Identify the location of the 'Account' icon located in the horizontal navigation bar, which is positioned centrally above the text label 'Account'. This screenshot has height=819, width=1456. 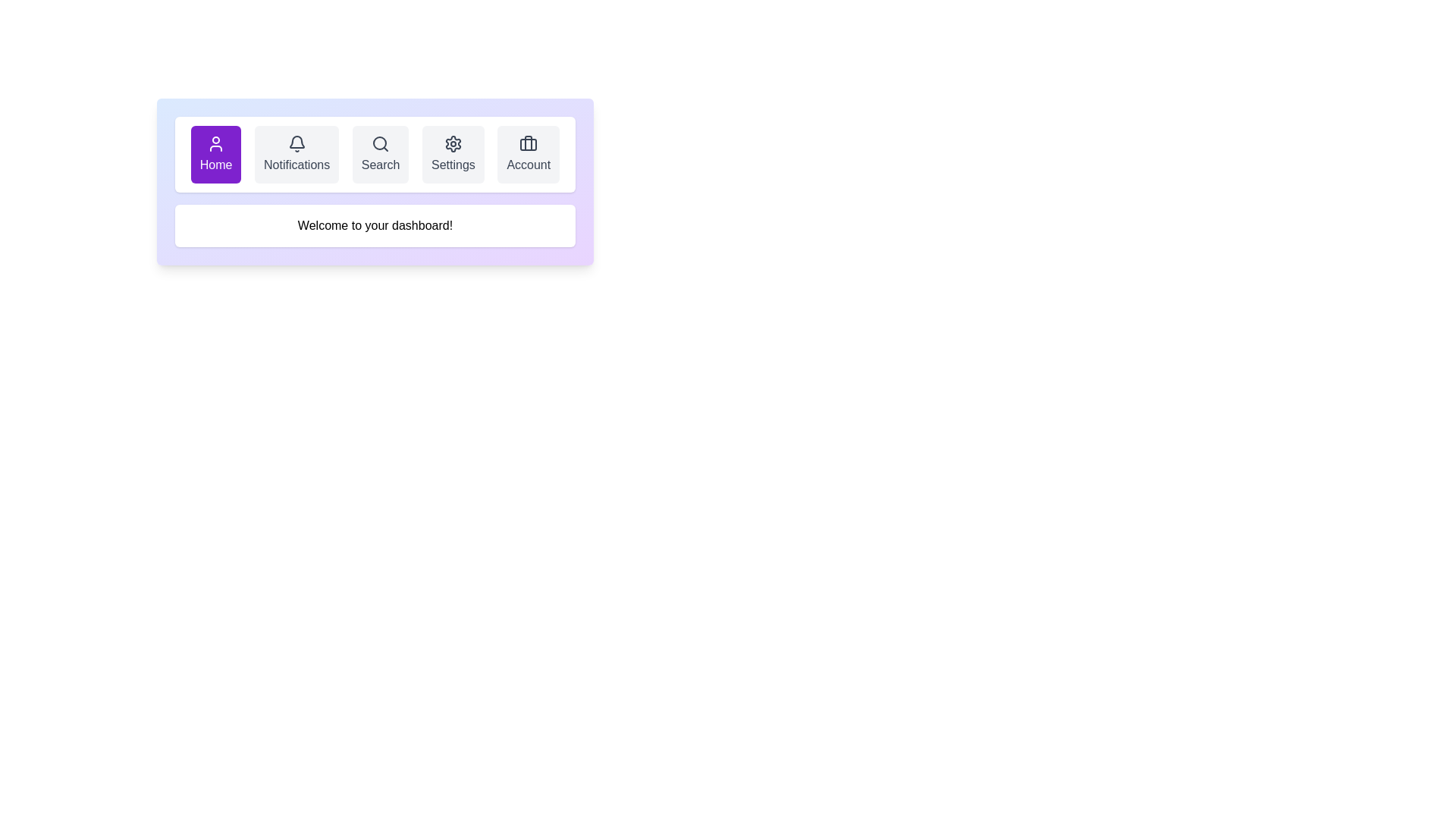
(529, 143).